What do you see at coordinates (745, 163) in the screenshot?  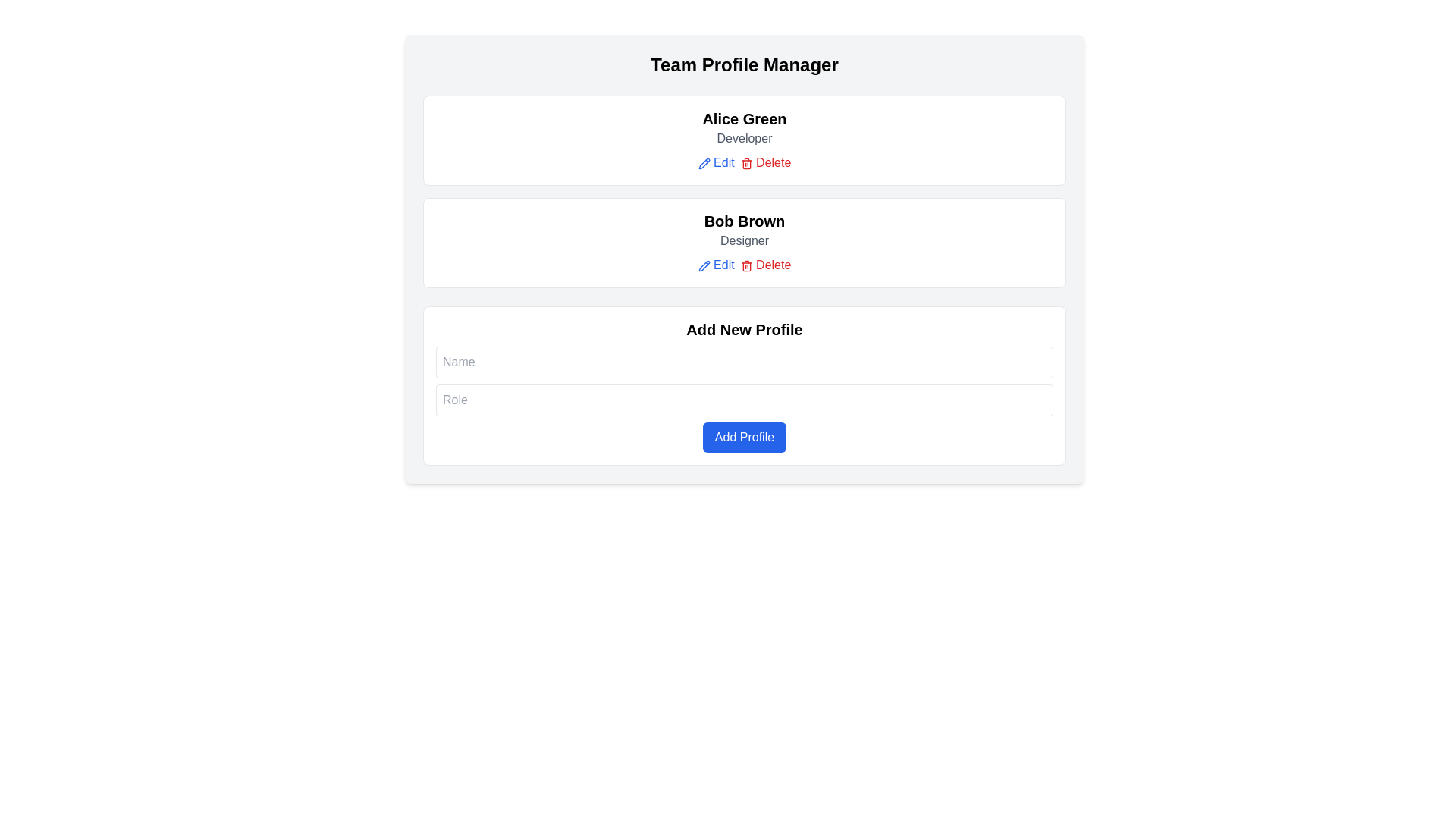 I see `the 'Delete' button in the interactive controls for editing and deleting the profile of 'Alice Green', a Developer` at bounding box center [745, 163].